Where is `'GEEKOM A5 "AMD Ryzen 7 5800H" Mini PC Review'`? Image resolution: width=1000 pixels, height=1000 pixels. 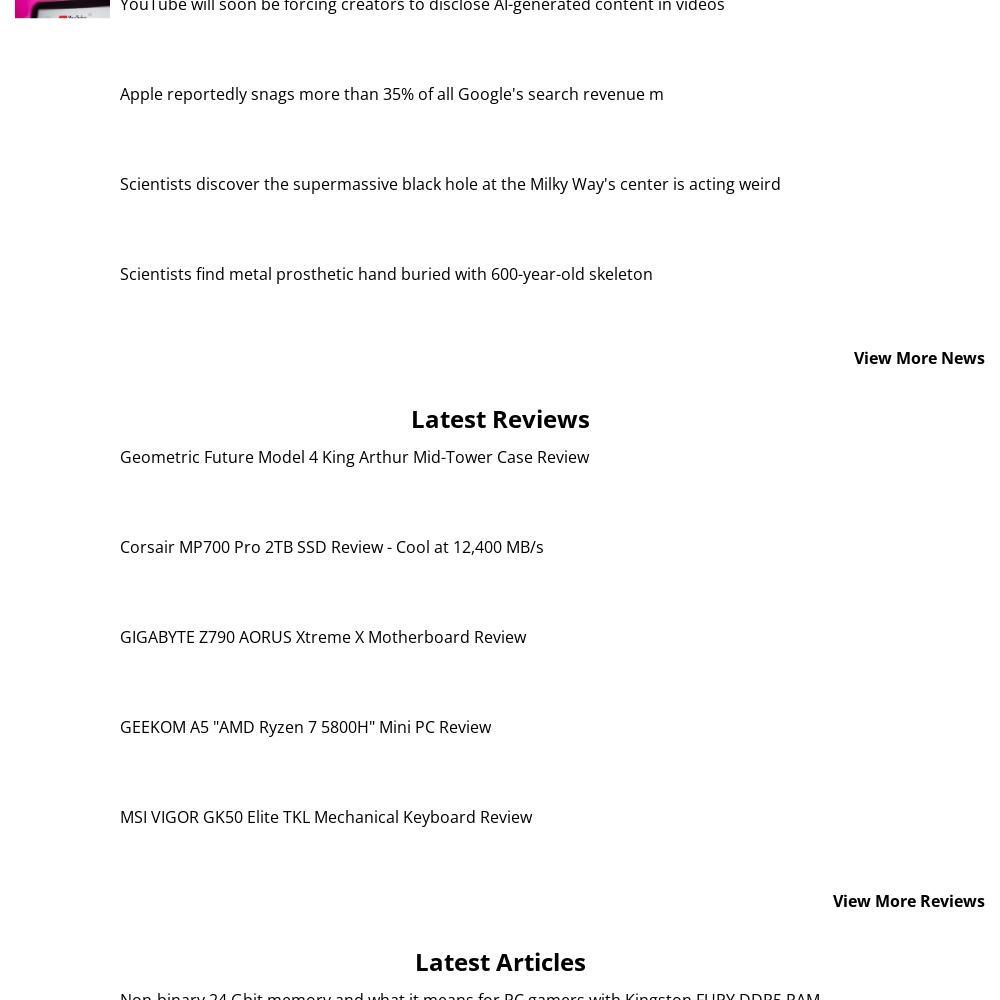 'GEEKOM A5 "AMD Ryzen 7 5800H" Mini PC Review' is located at coordinates (305, 725).